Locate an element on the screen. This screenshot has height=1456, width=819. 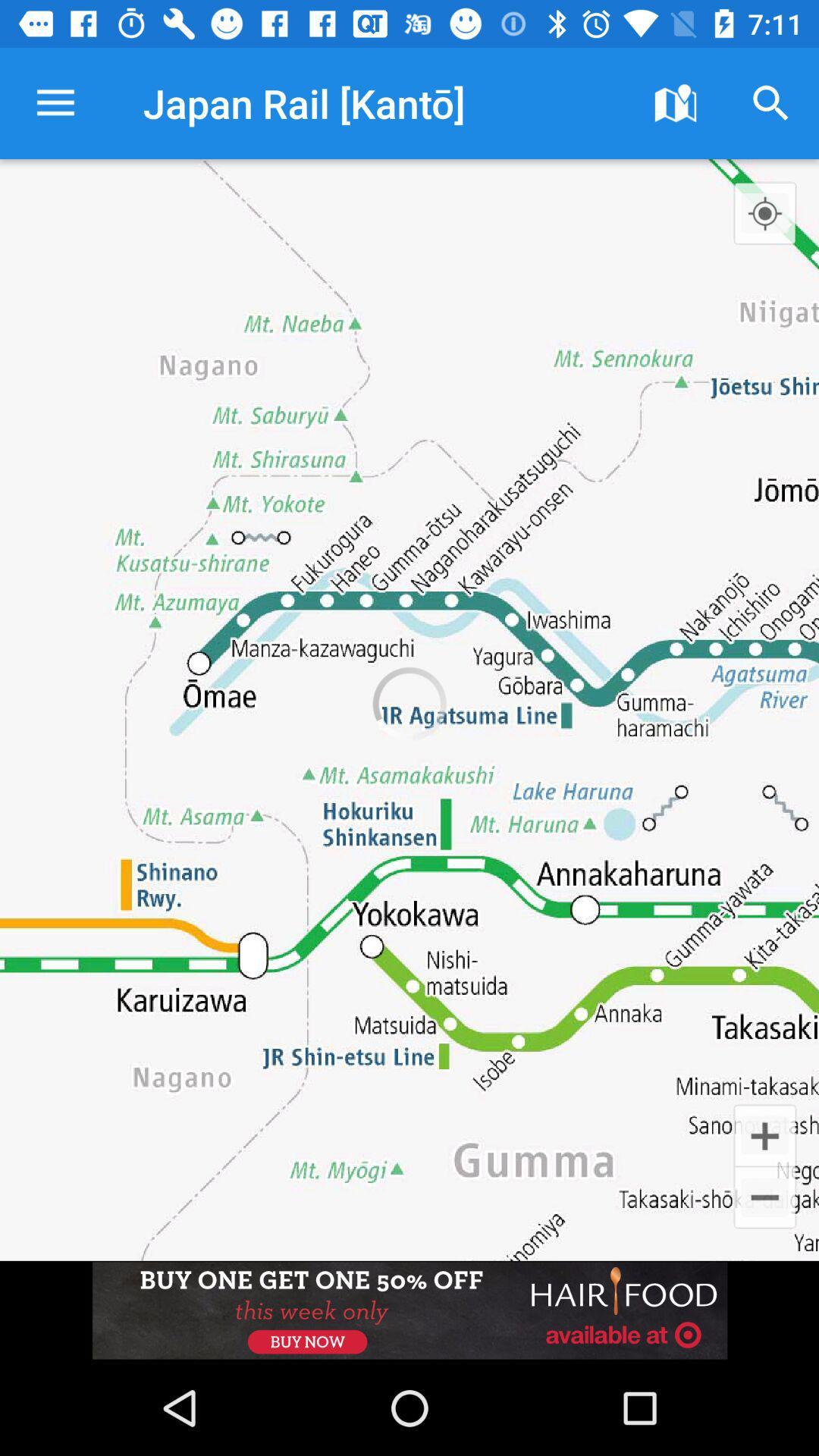
see my location is located at coordinates (764, 212).